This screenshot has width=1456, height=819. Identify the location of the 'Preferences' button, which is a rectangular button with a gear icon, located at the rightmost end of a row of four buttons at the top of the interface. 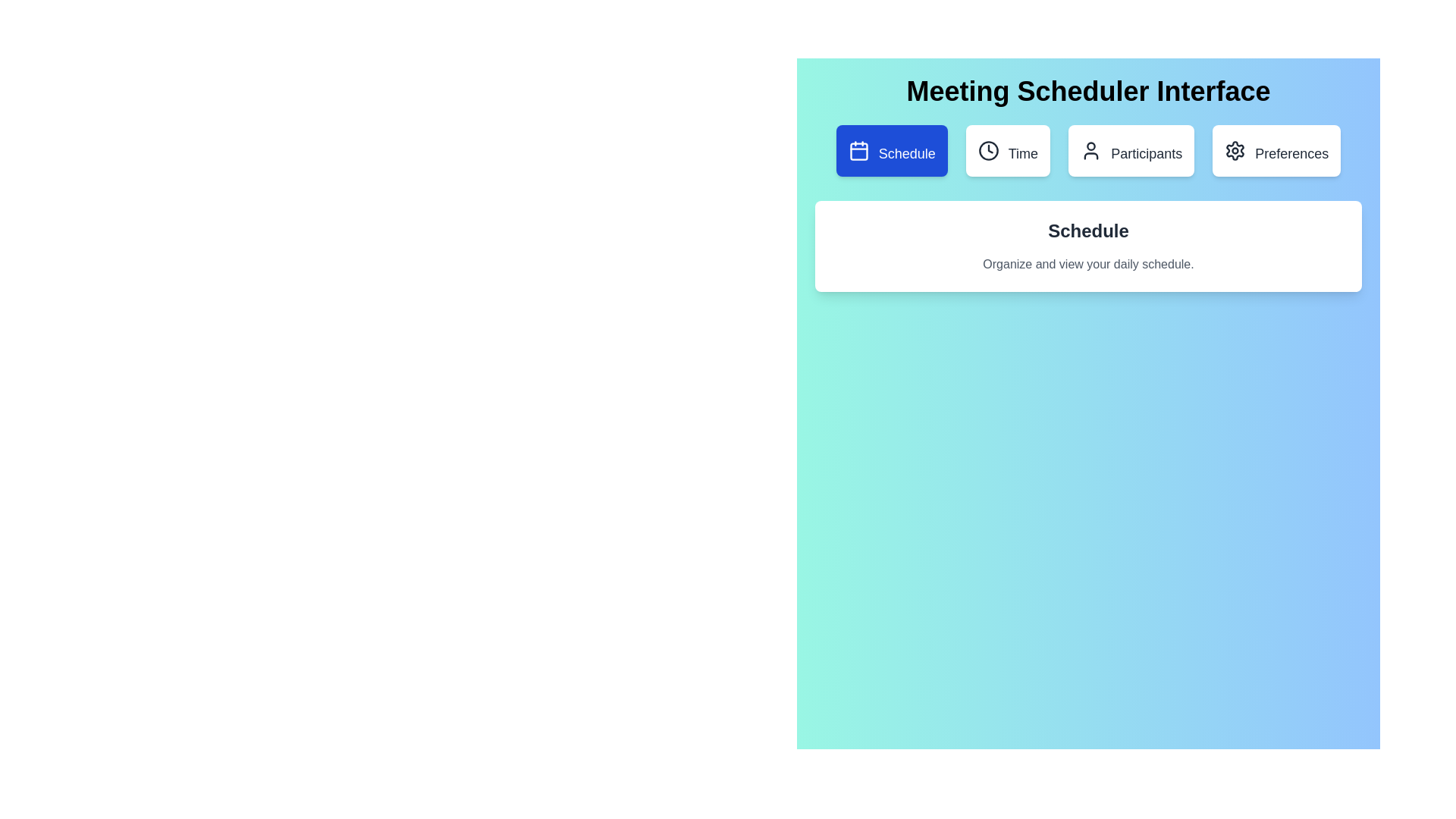
(1276, 151).